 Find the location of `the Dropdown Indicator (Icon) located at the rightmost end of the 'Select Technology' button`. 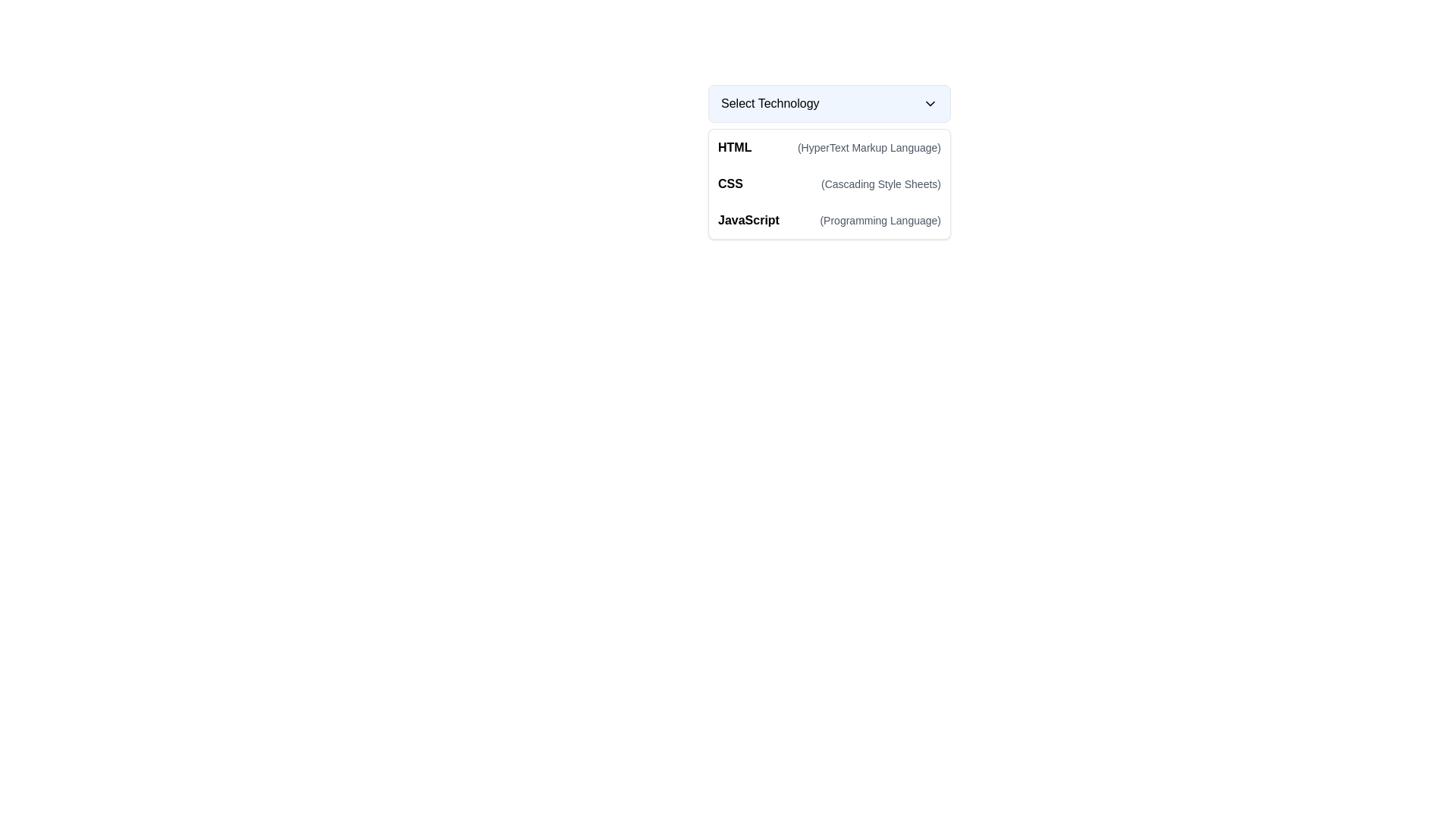

the Dropdown Indicator (Icon) located at the rightmost end of the 'Select Technology' button is located at coordinates (930, 103).